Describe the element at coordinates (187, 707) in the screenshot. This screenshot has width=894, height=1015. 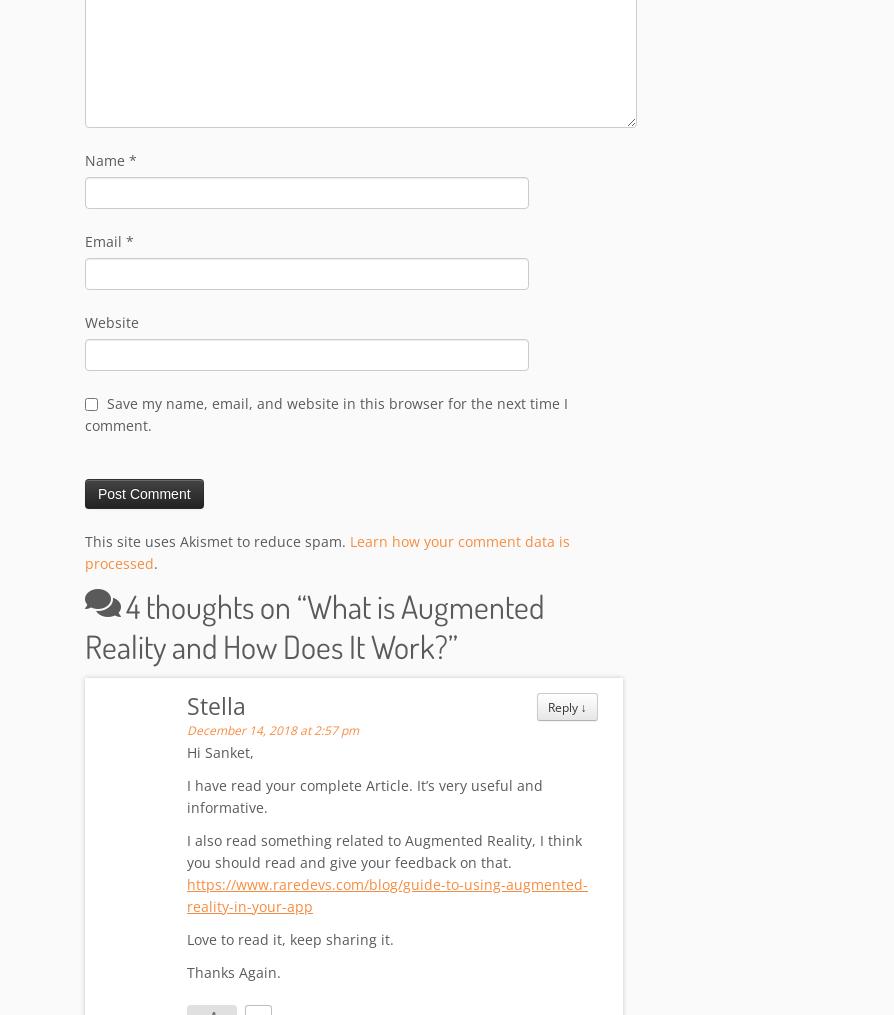
I see `'Stella'` at that location.